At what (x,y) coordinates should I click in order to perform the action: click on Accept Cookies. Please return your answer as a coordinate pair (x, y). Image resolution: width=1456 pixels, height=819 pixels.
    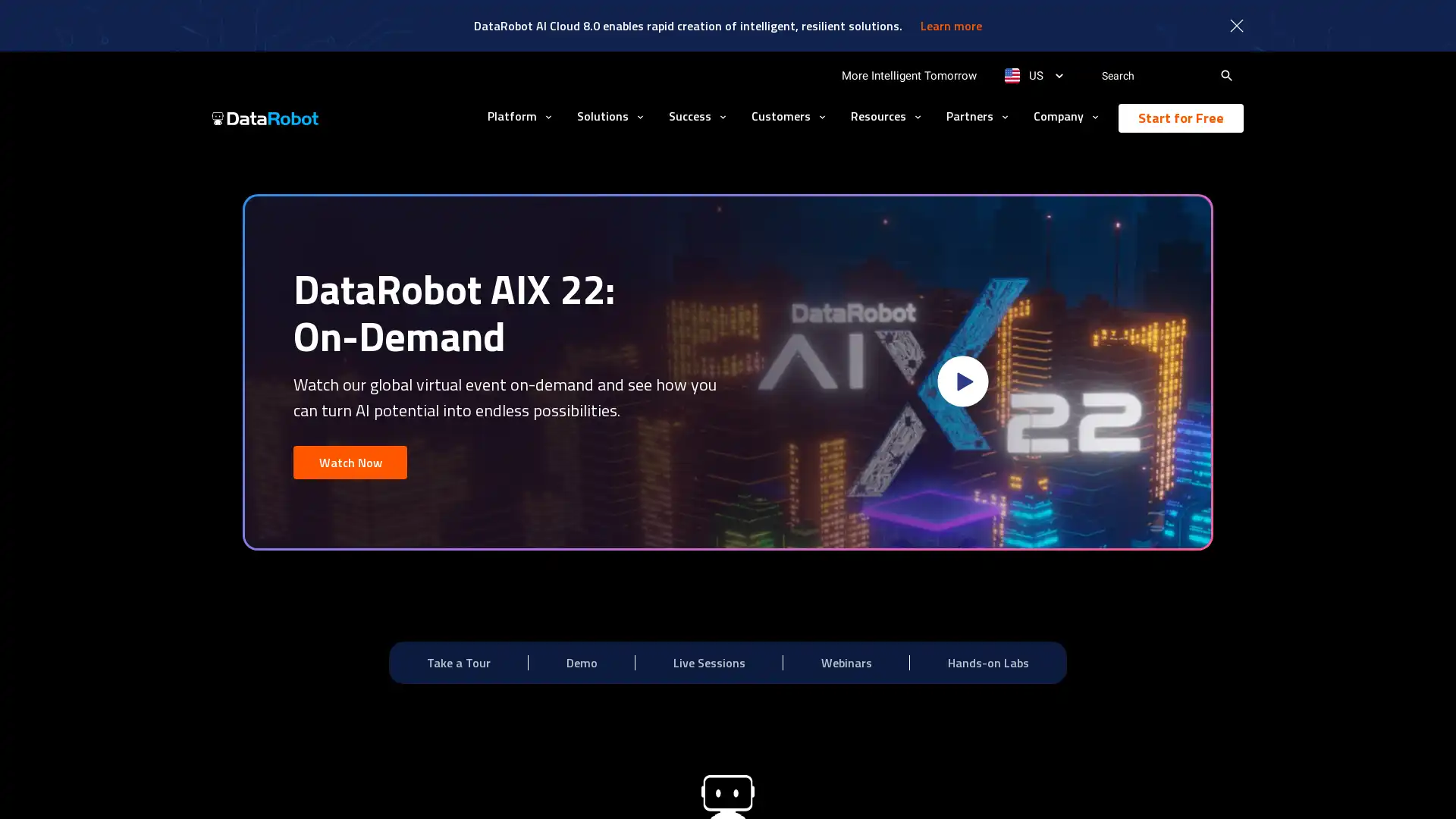
    Looking at the image, I should click on (1075, 786).